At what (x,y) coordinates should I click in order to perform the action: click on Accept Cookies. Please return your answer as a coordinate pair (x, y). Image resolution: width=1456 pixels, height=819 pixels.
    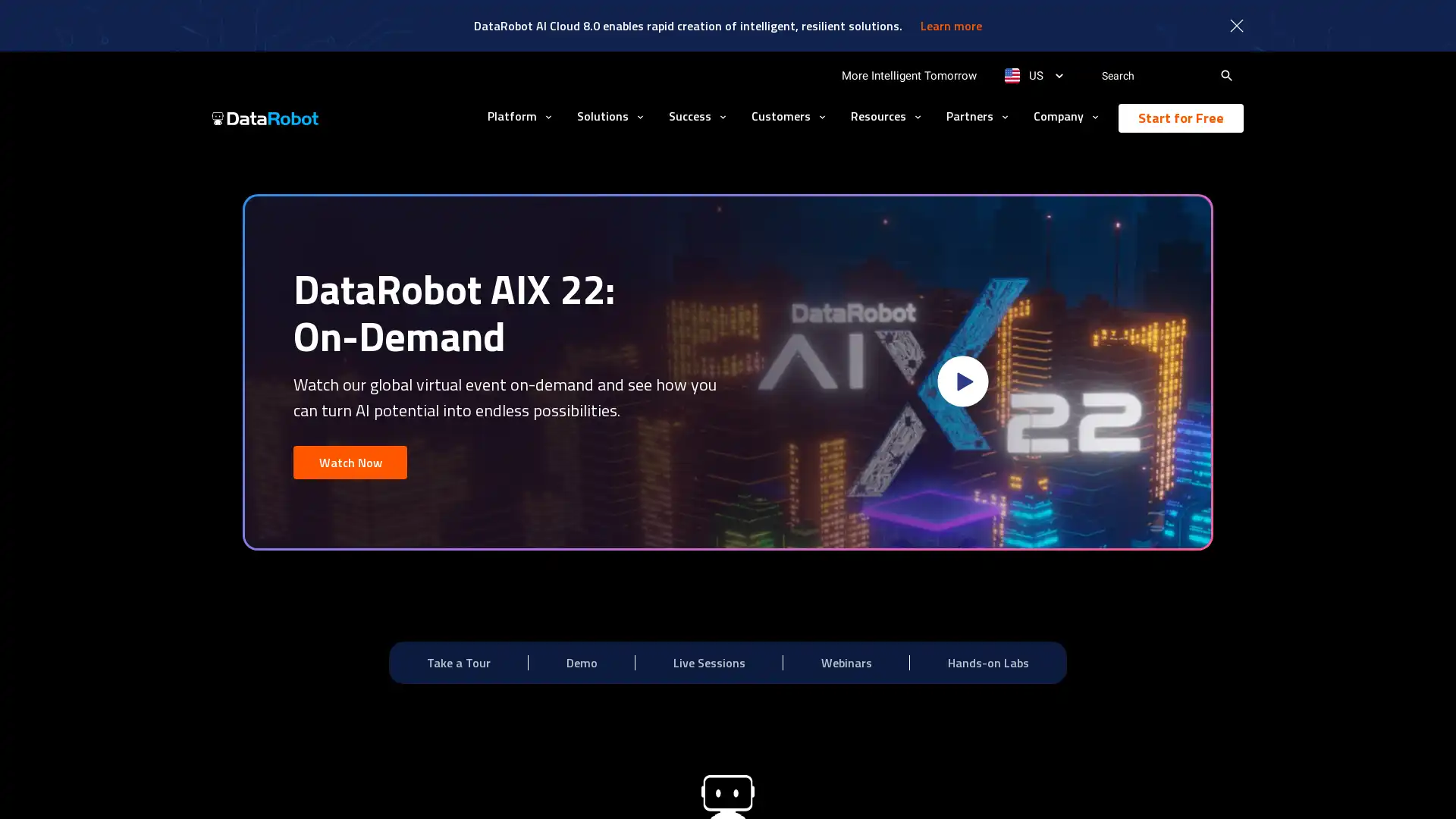
    Looking at the image, I should click on (1075, 786).